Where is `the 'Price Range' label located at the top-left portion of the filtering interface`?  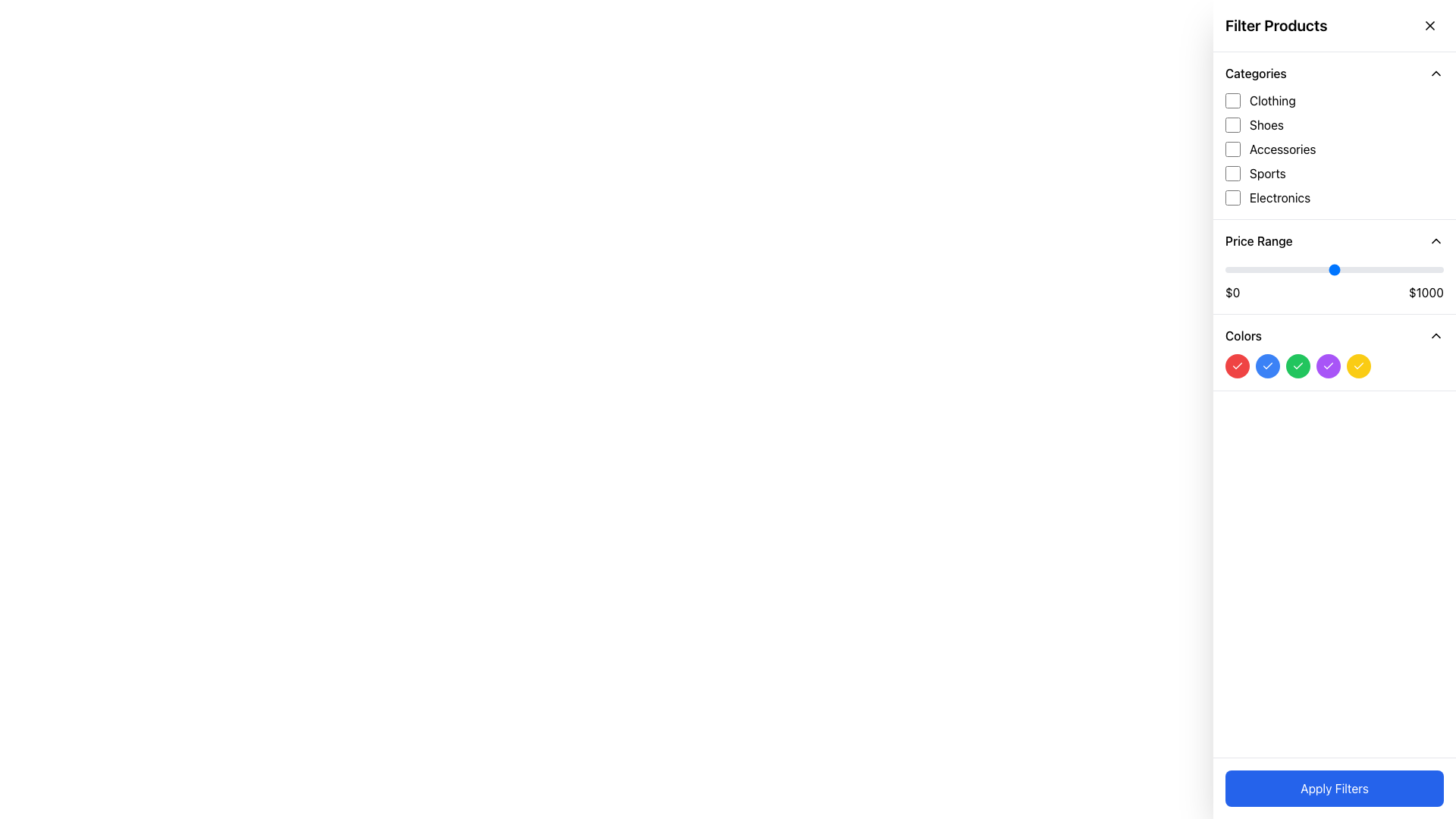 the 'Price Range' label located at the top-left portion of the filtering interface is located at coordinates (1259, 240).